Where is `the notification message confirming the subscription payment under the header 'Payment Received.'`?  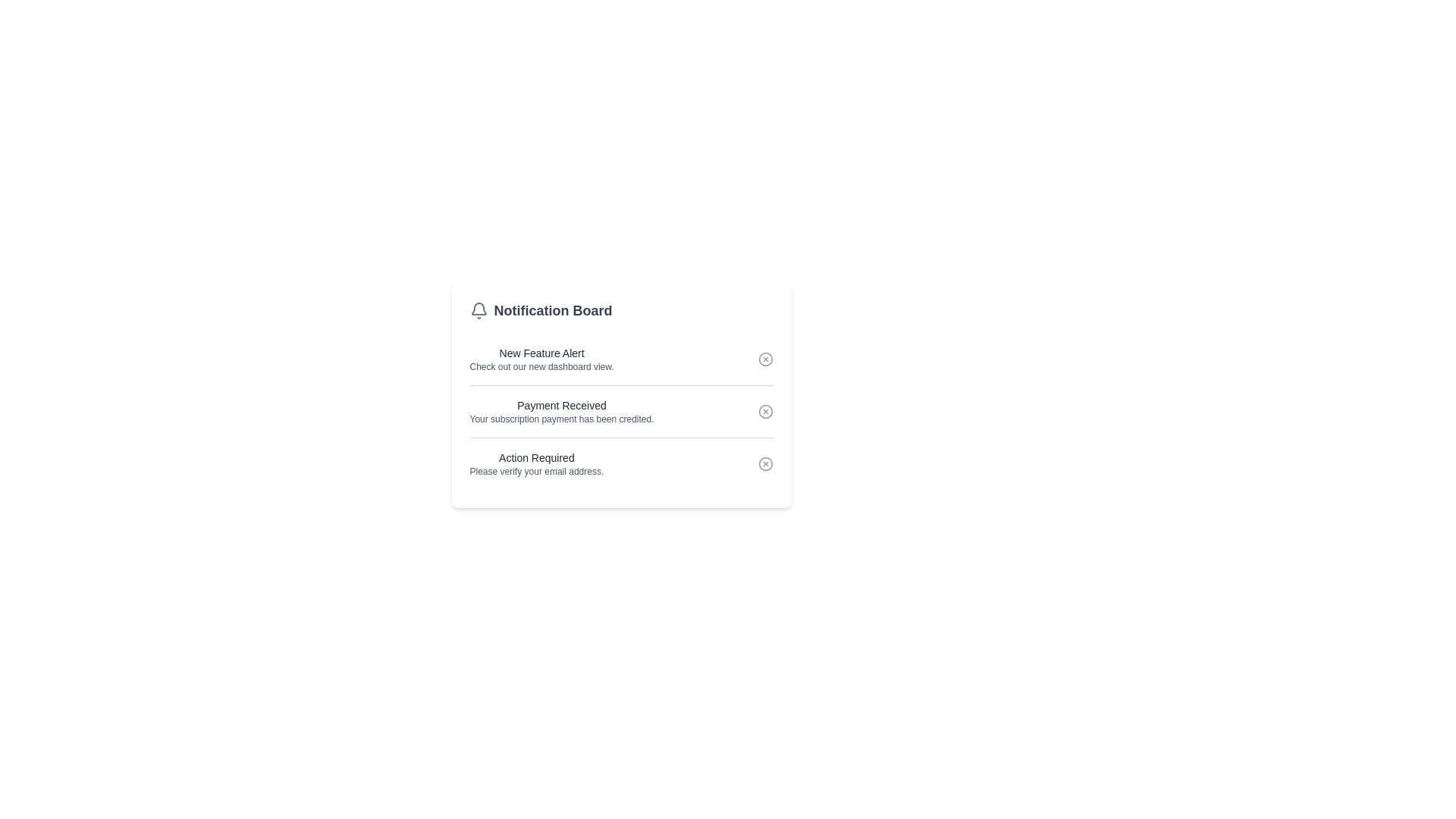
the notification message confirming the subscription payment under the header 'Payment Received.' is located at coordinates (560, 419).